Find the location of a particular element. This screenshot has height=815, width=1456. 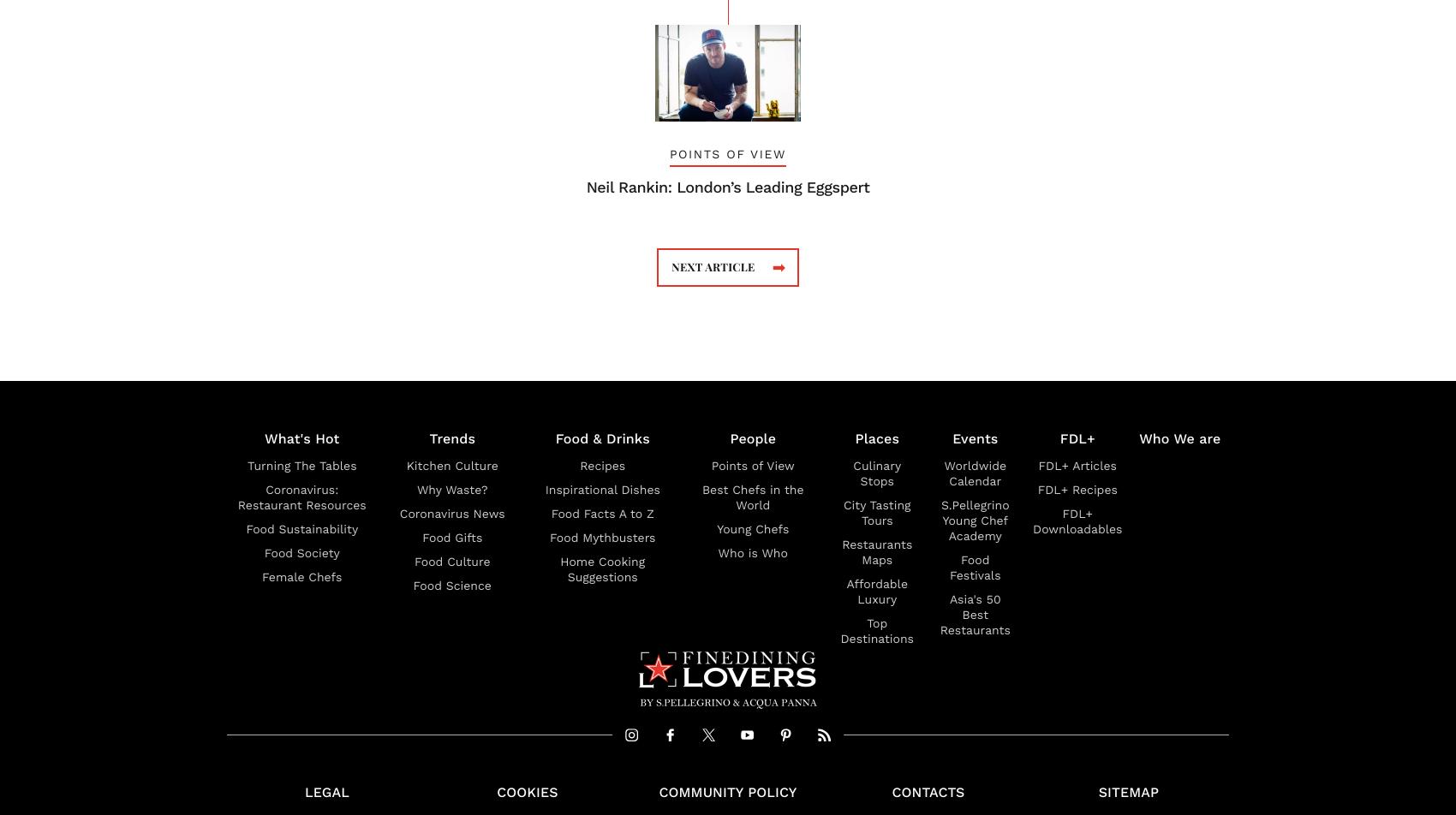

'Recipes' is located at coordinates (602, 465).